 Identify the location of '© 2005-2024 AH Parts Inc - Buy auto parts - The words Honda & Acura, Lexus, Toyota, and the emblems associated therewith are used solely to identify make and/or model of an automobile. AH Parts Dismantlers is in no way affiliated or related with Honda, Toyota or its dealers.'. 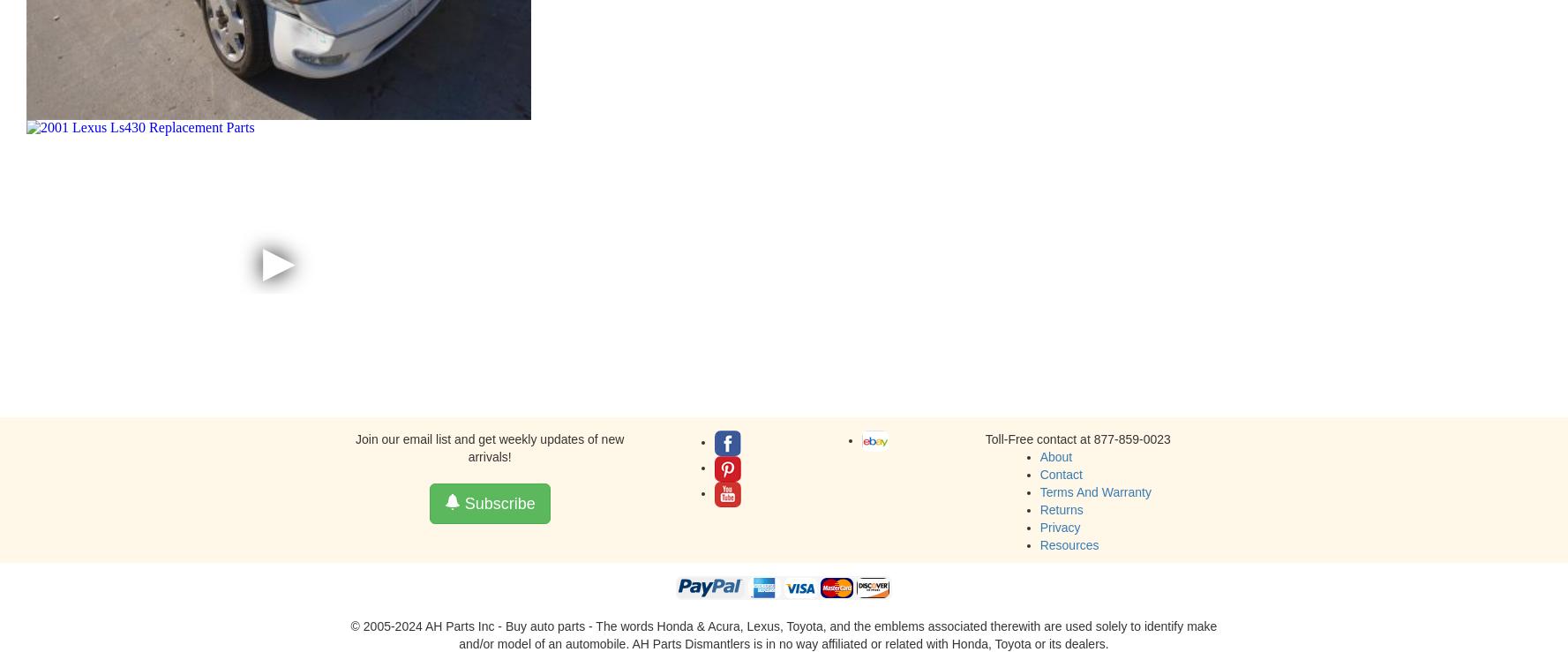
(782, 635).